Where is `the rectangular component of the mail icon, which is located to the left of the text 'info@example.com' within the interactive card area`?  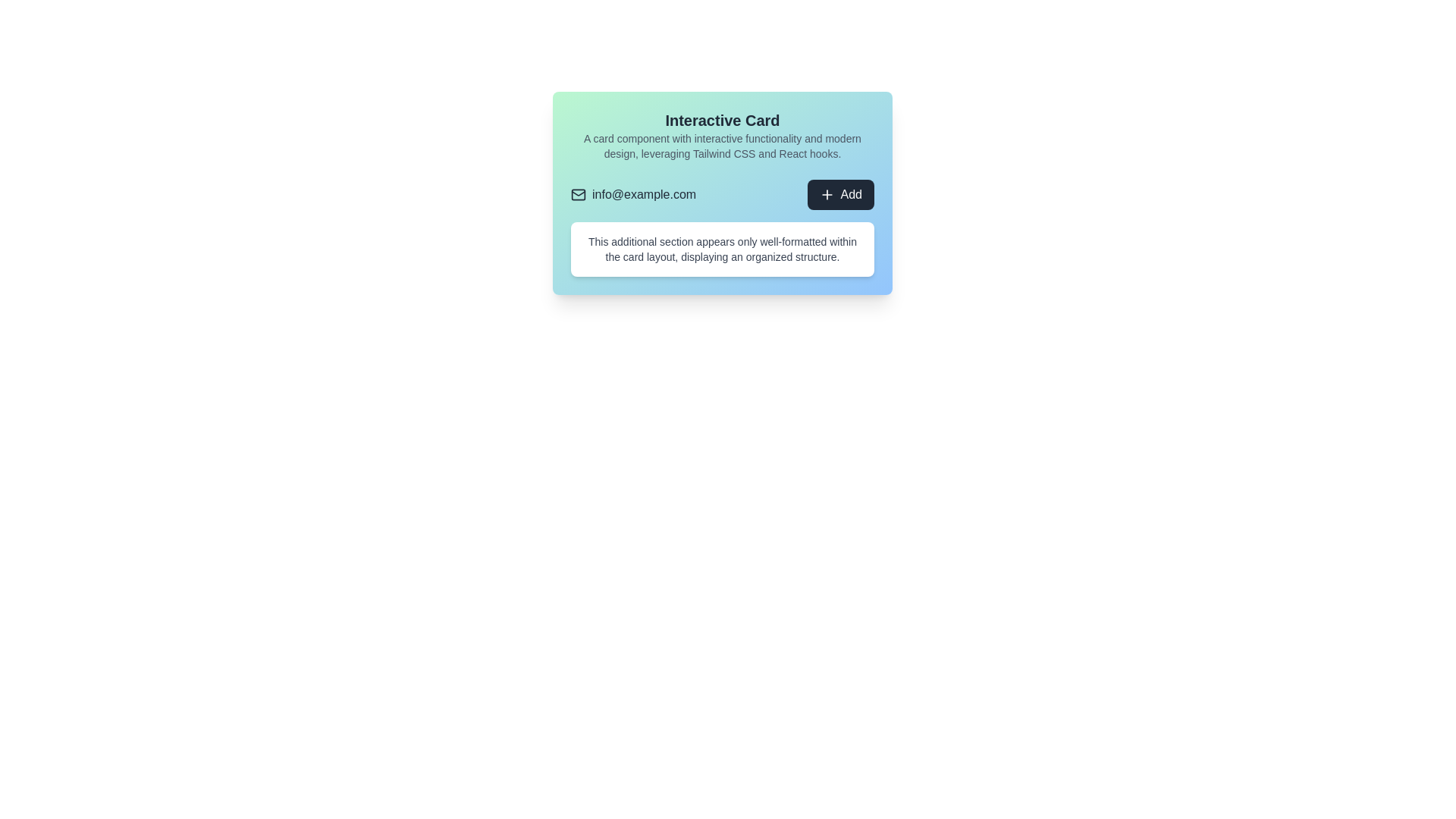
the rectangular component of the mail icon, which is located to the left of the text 'info@example.com' within the interactive card area is located at coordinates (578, 193).